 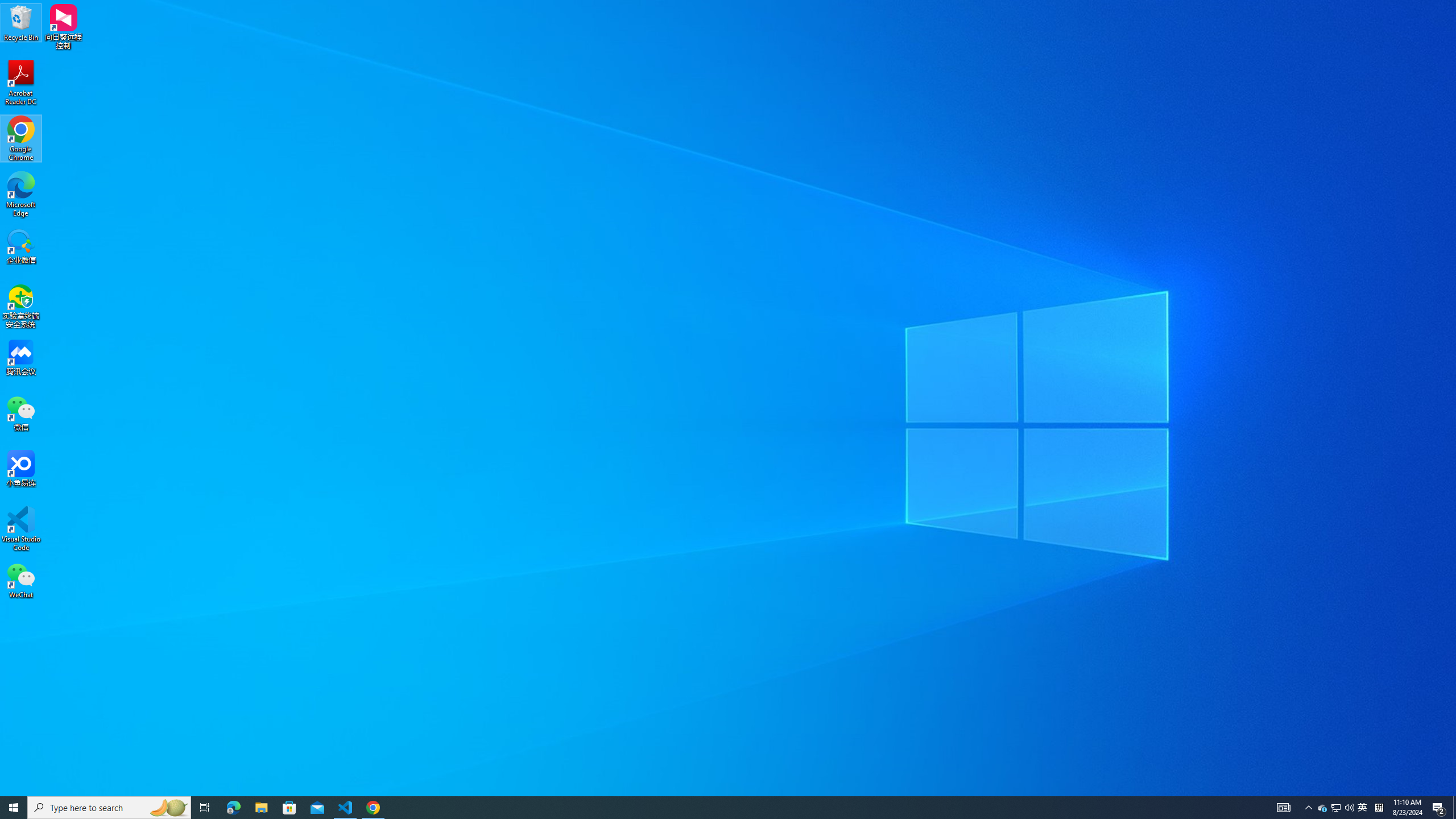 What do you see at coordinates (20, 22) in the screenshot?
I see `'Recycle Bin'` at bounding box center [20, 22].